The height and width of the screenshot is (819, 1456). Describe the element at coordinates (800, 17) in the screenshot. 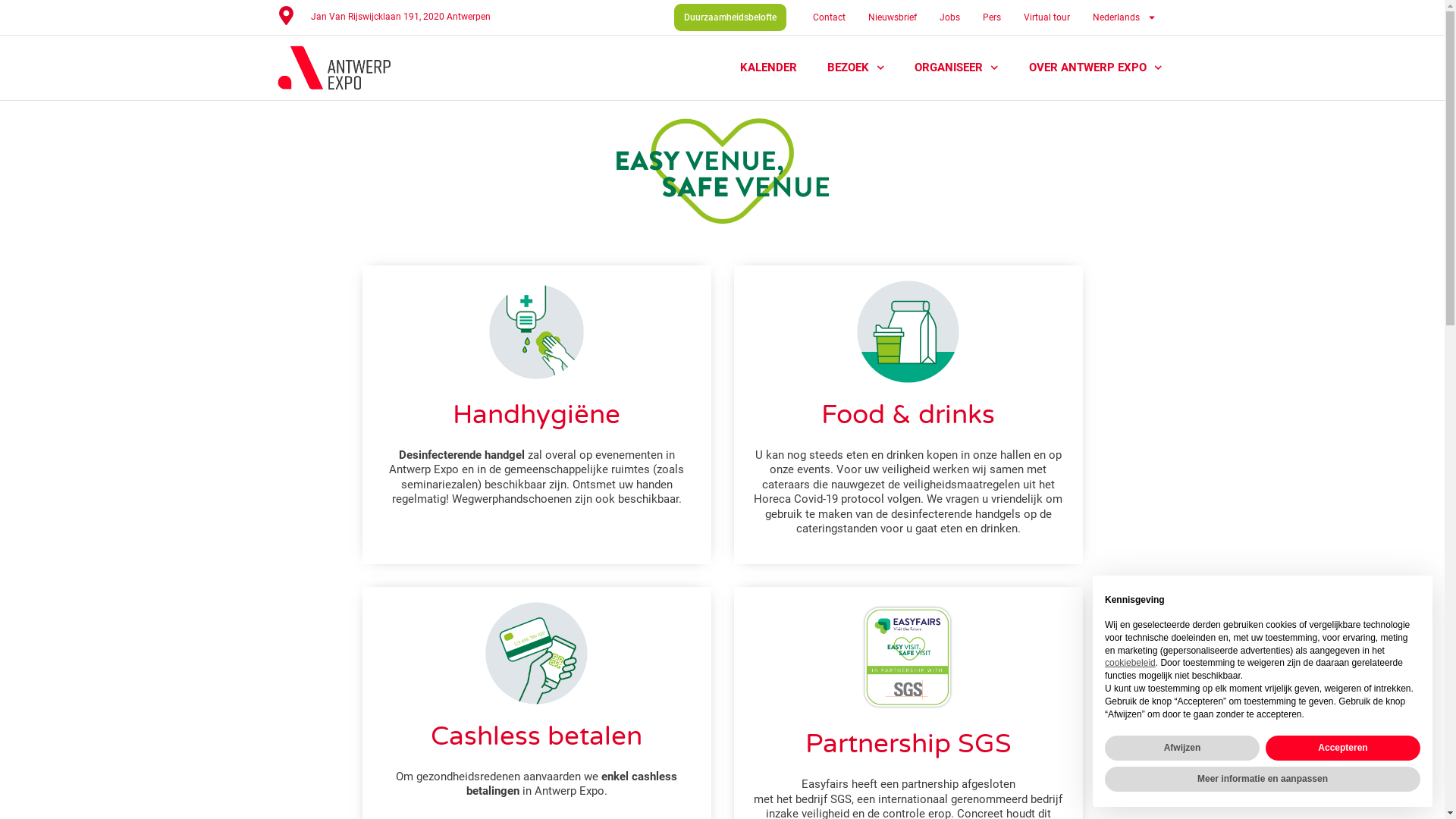

I see `'Contact'` at that location.